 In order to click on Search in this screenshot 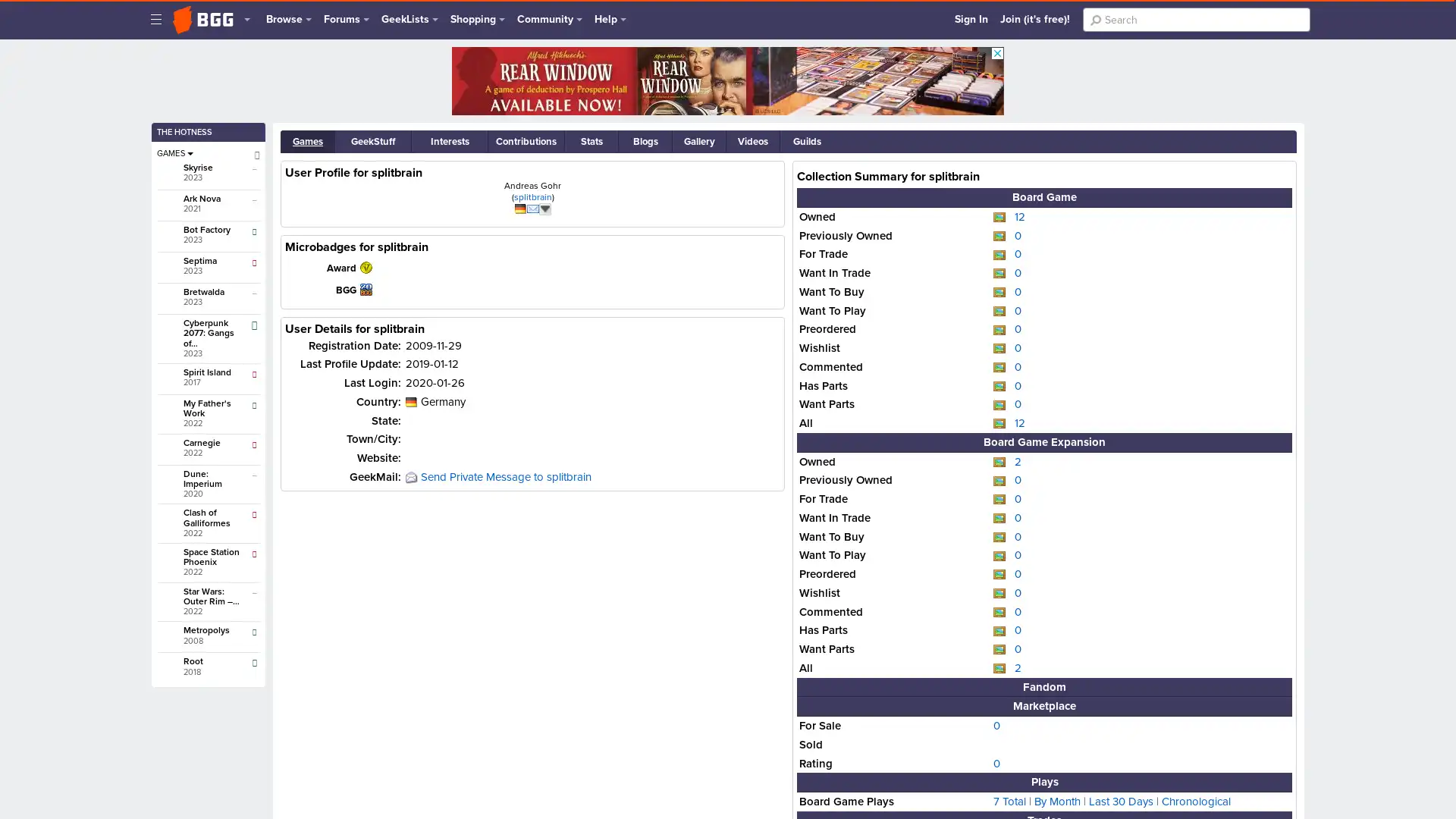, I will do `click(1095, 20)`.